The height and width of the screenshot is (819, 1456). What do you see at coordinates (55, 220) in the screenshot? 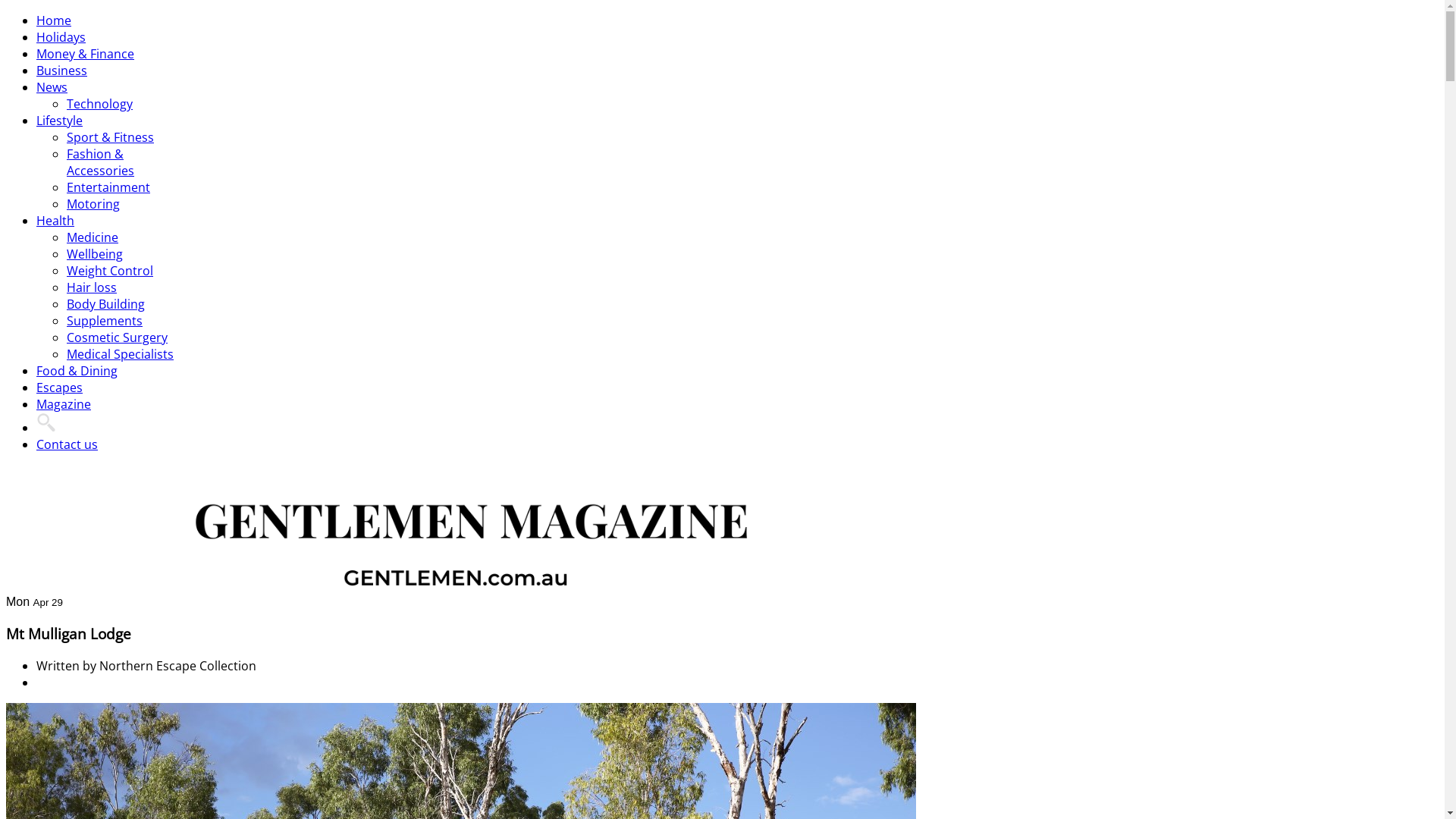
I see `'Health'` at bounding box center [55, 220].